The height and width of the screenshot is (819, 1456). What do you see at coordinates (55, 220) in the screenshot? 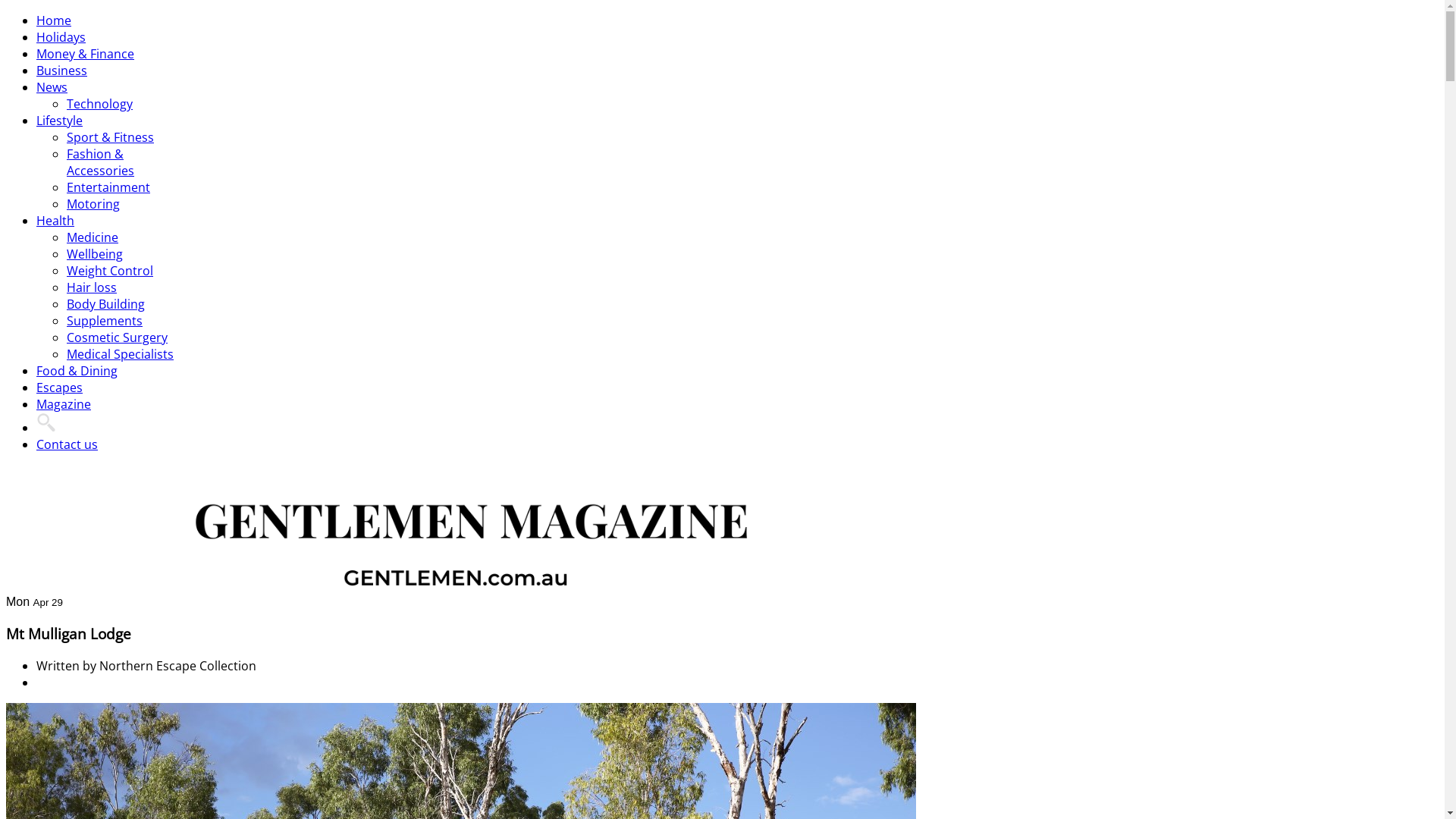
I see `'Health'` at bounding box center [55, 220].